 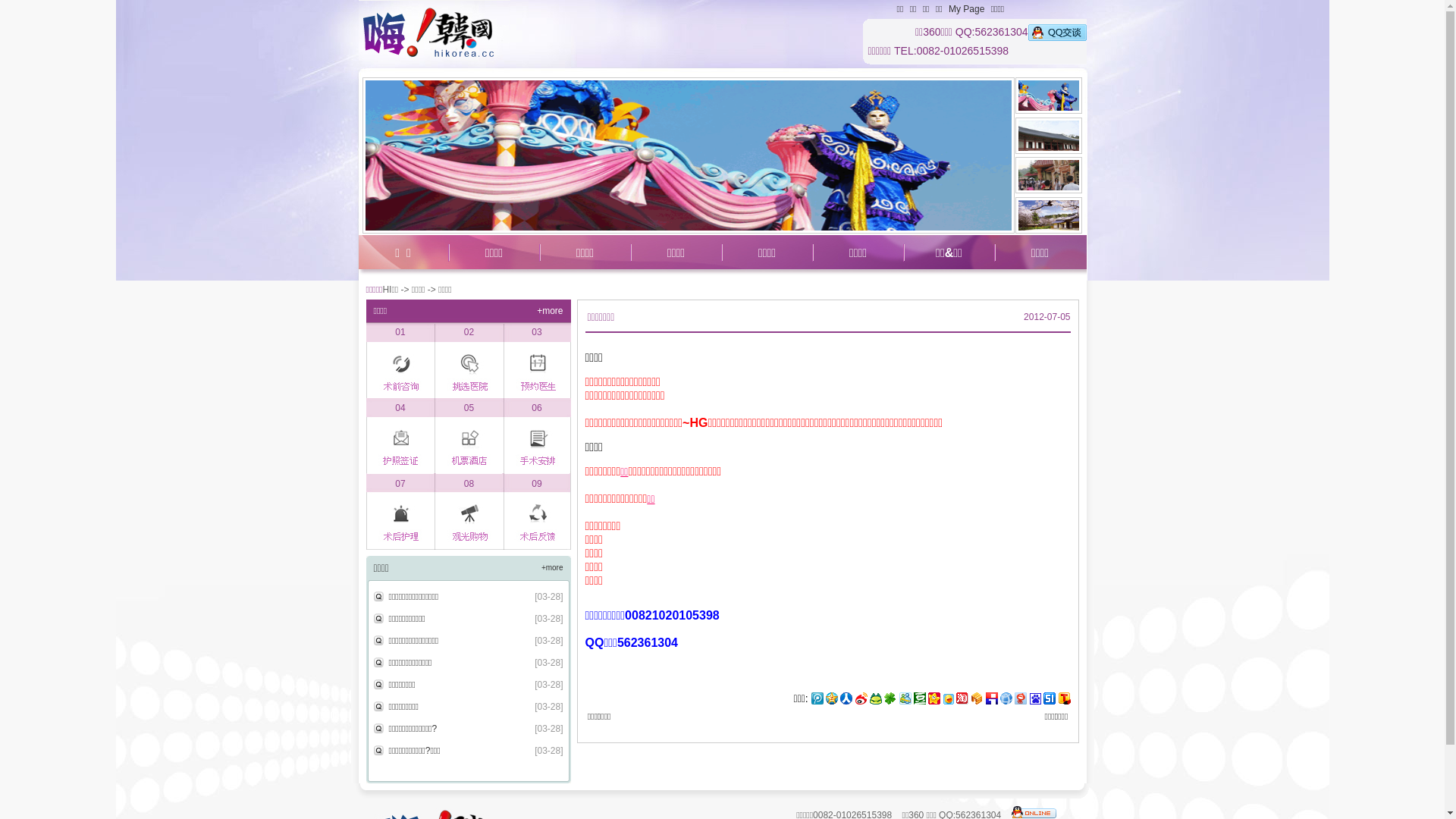 What do you see at coordinates (965, 8) in the screenshot?
I see `'My Page'` at bounding box center [965, 8].